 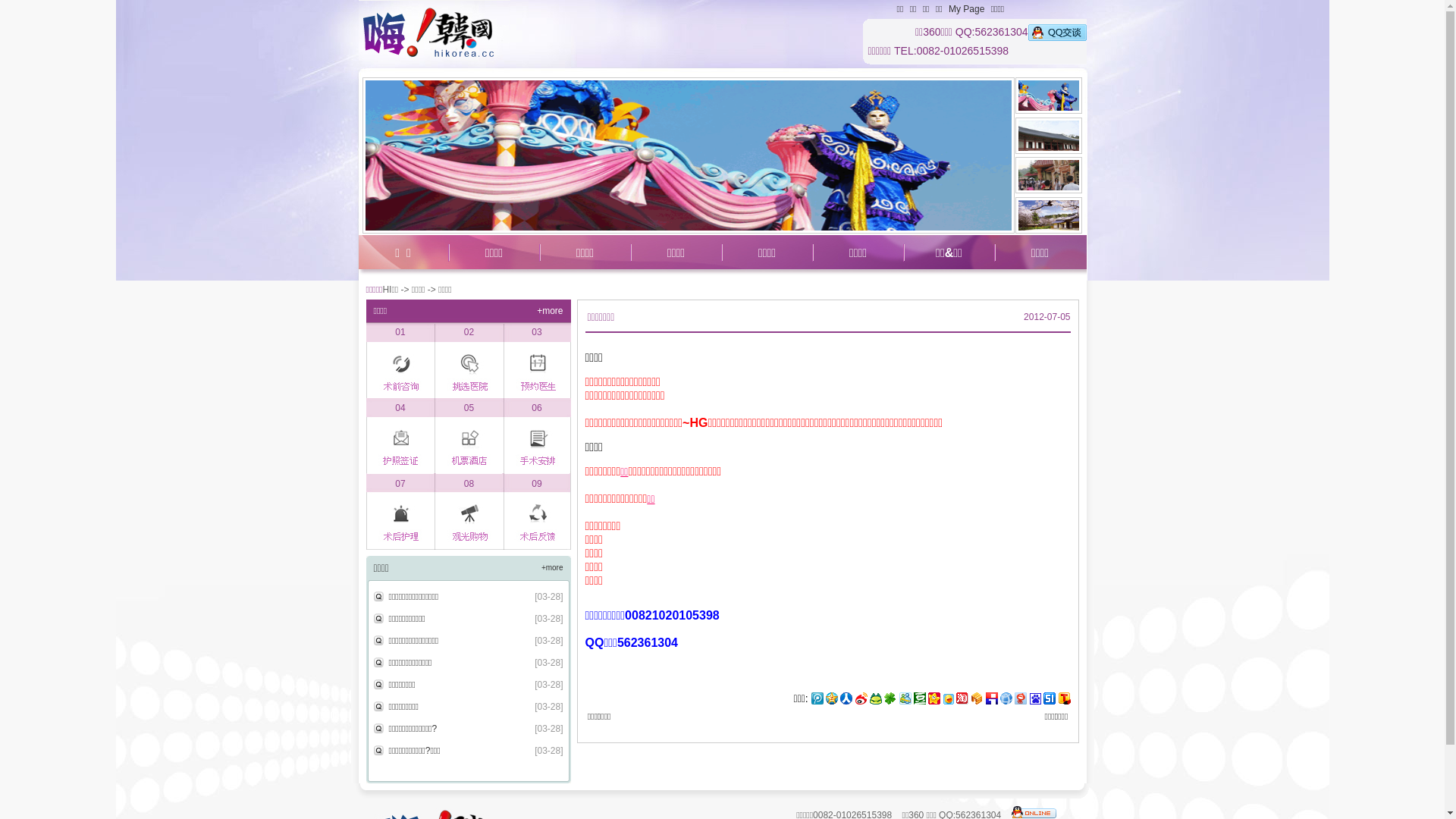 What do you see at coordinates (965, 8) in the screenshot?
I see `'My Page'` at bounding box center [965, 8].